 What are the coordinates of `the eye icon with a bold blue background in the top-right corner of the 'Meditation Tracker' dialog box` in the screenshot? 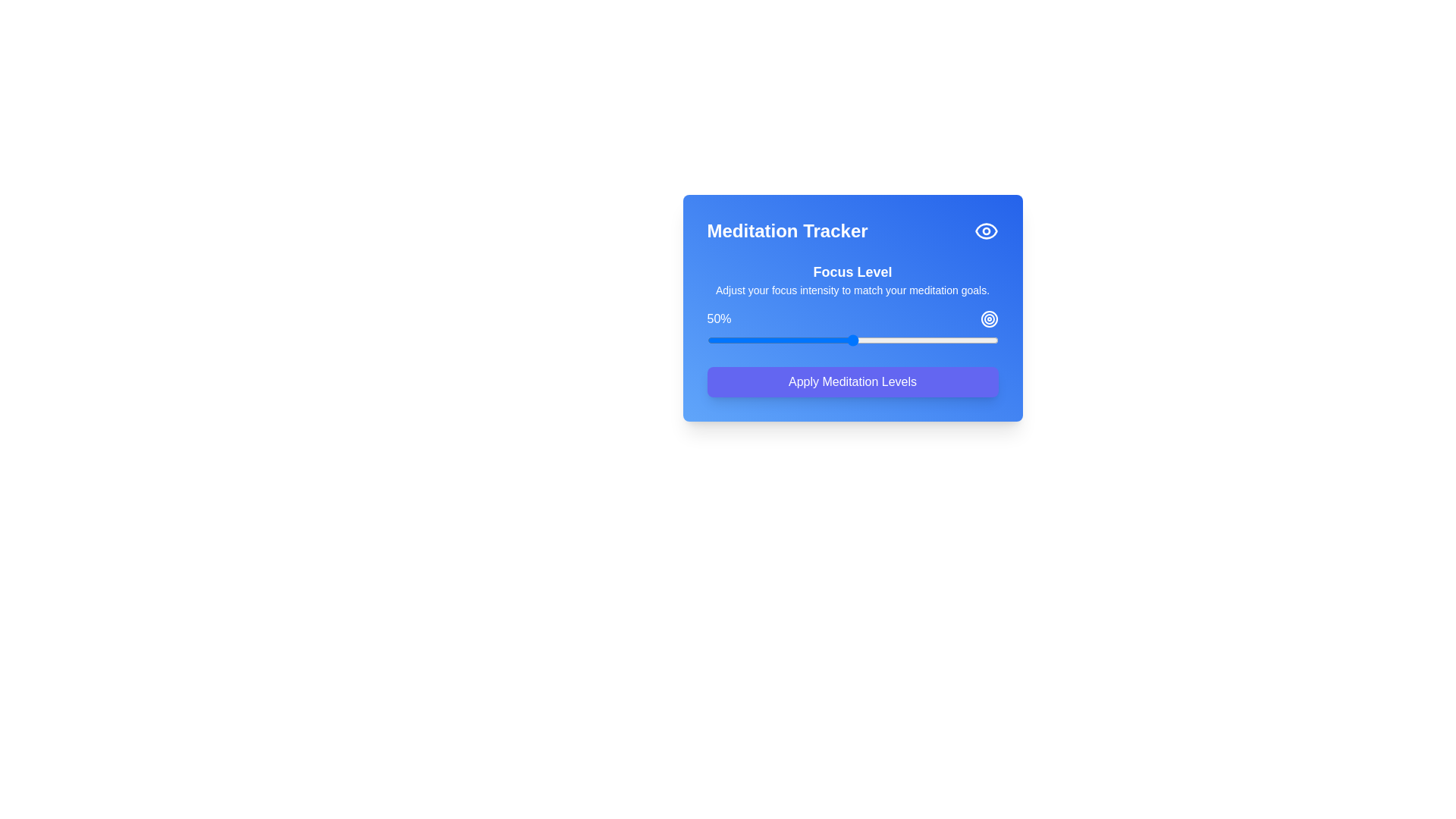 It's located at (986, 231).